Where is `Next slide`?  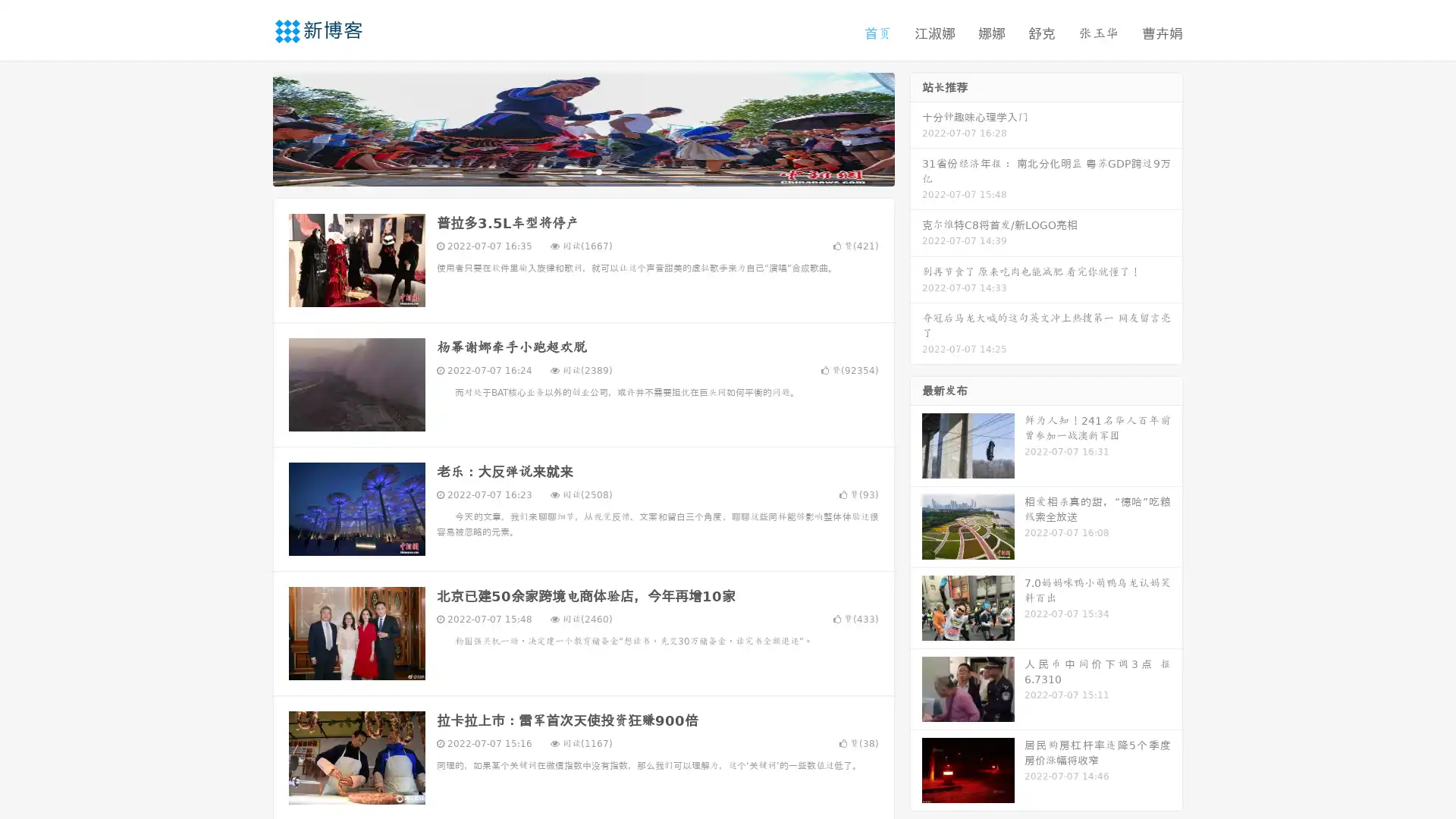
Next slide is located at coordinates (916, 127).